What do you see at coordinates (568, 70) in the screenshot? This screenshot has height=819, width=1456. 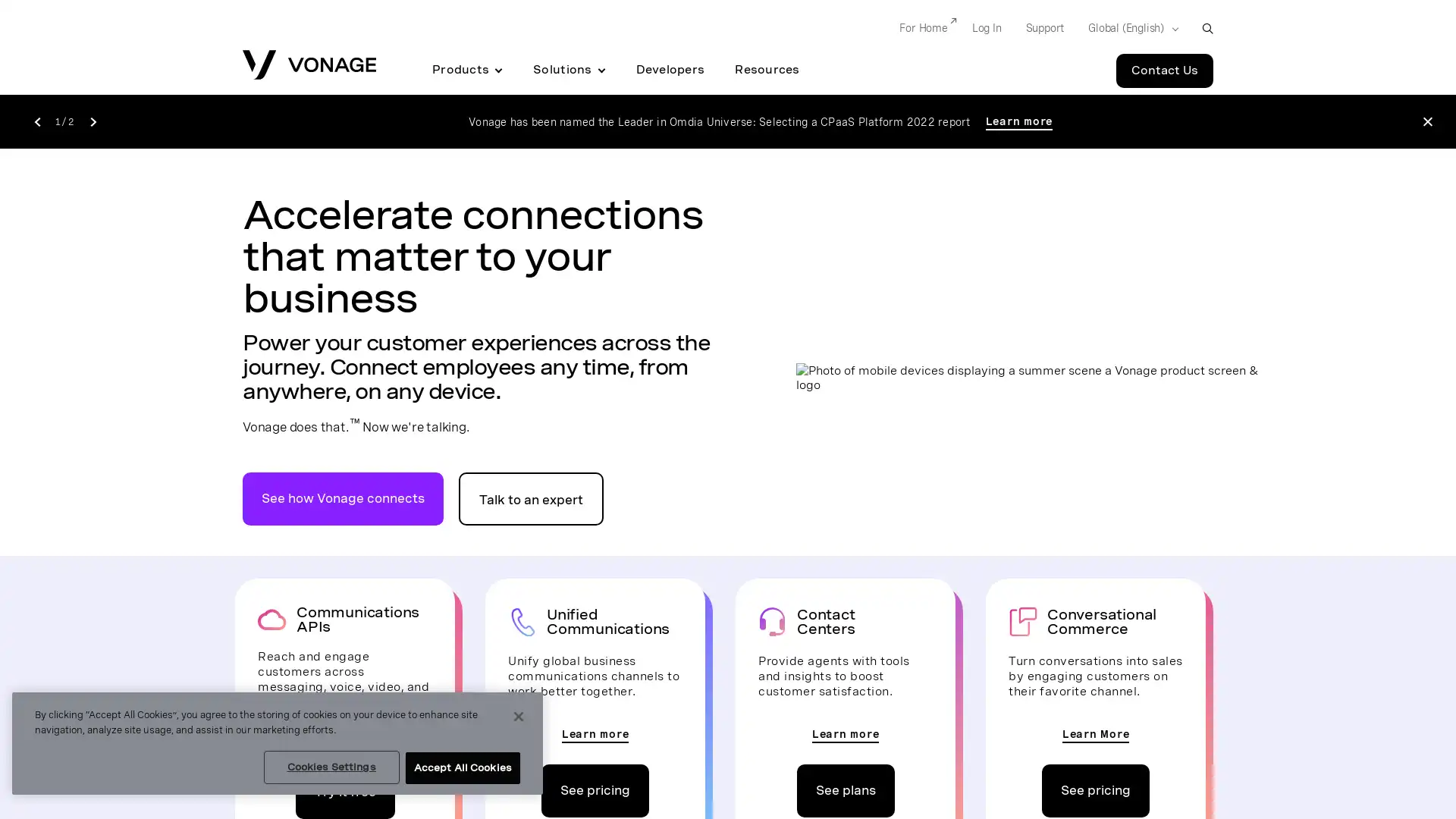 I see `Solutions` at bounding box center [568, 70].